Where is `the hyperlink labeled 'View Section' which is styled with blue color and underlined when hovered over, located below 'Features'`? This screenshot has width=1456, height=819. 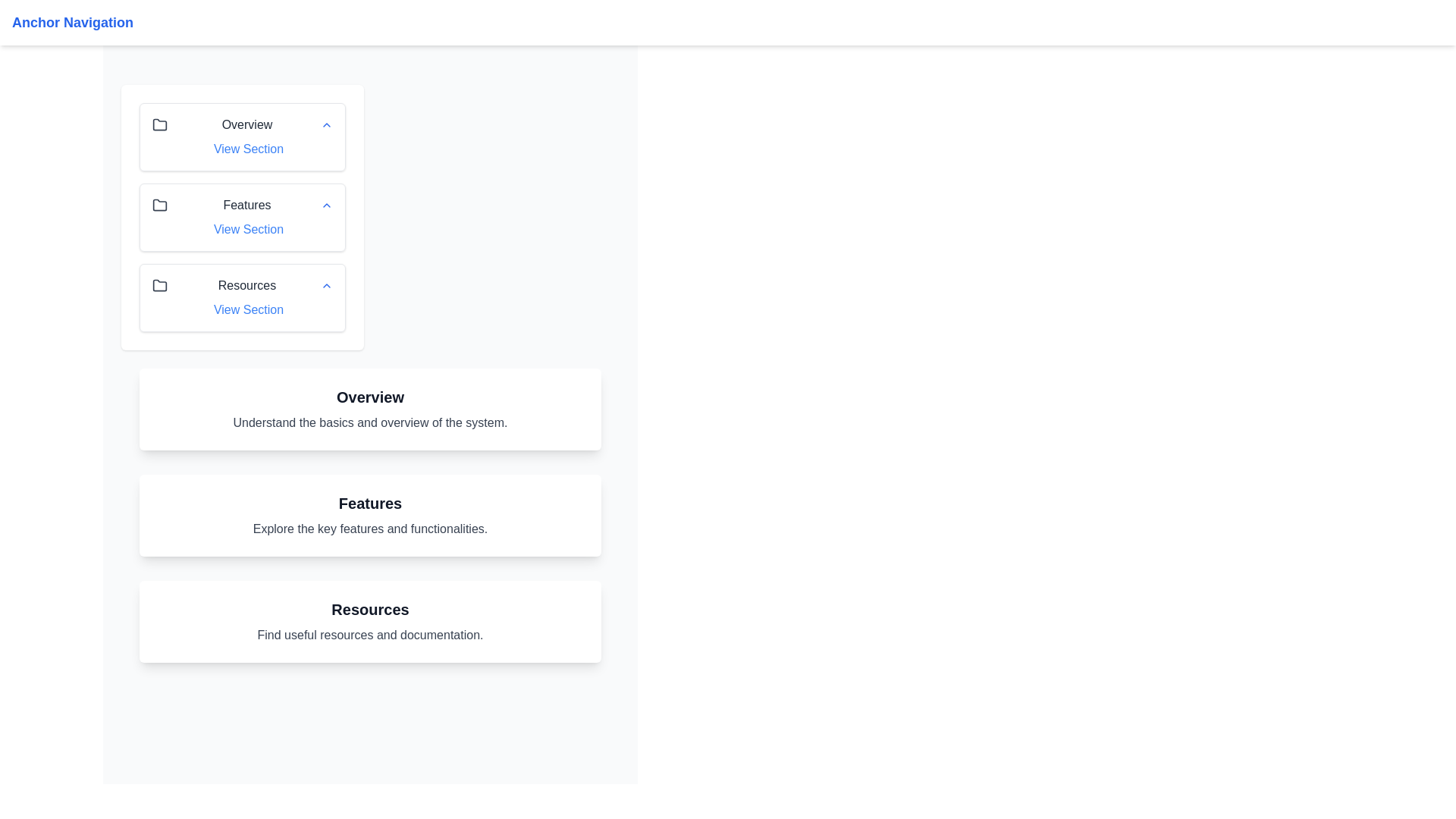
the hyperlink labeled 'View Section' which is styled with blue color and underlined when hovered over, located below 'Features' is located at coordinates (248, 229).